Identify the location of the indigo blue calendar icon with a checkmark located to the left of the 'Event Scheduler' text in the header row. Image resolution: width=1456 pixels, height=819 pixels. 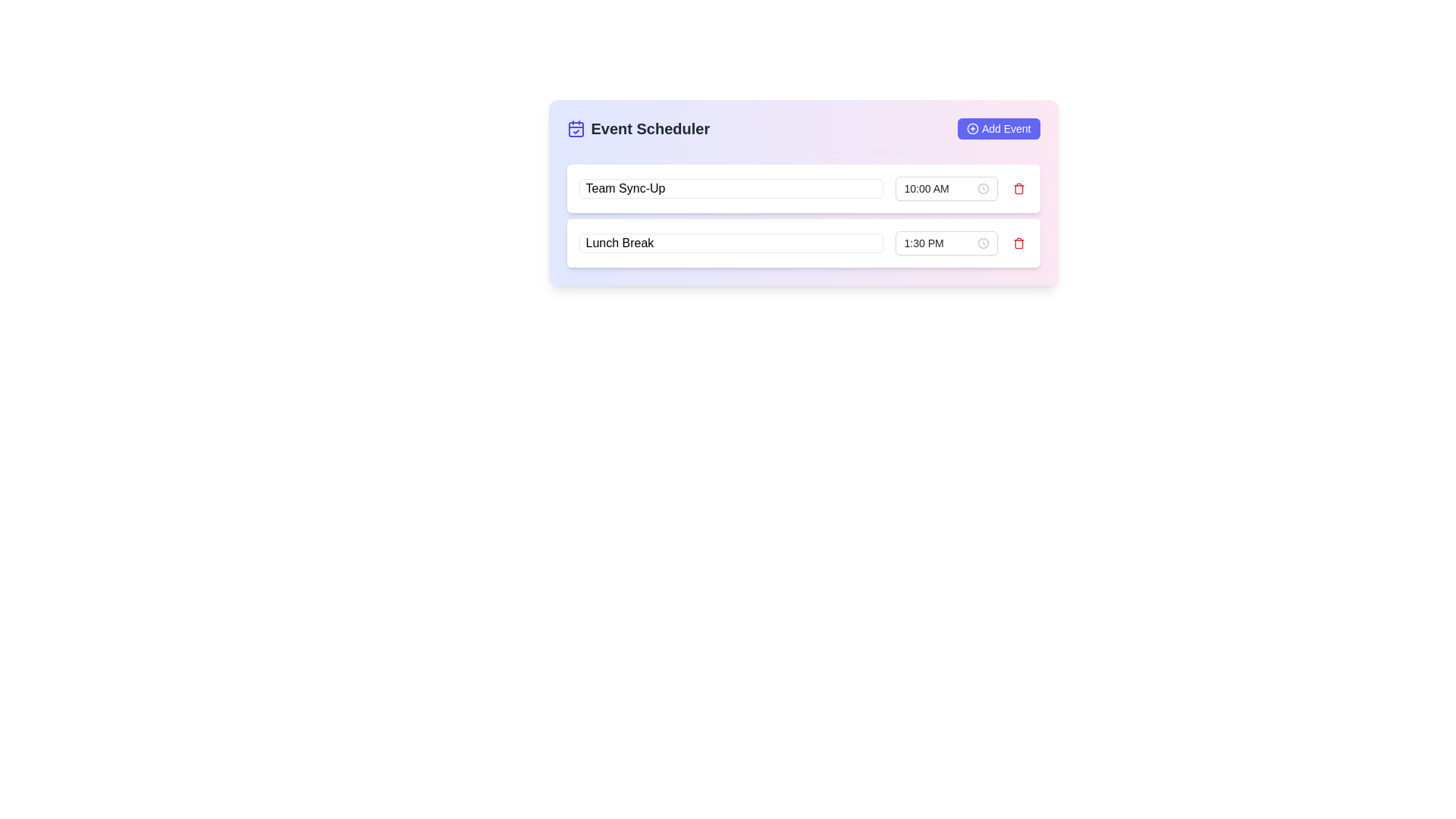
(575, 127).